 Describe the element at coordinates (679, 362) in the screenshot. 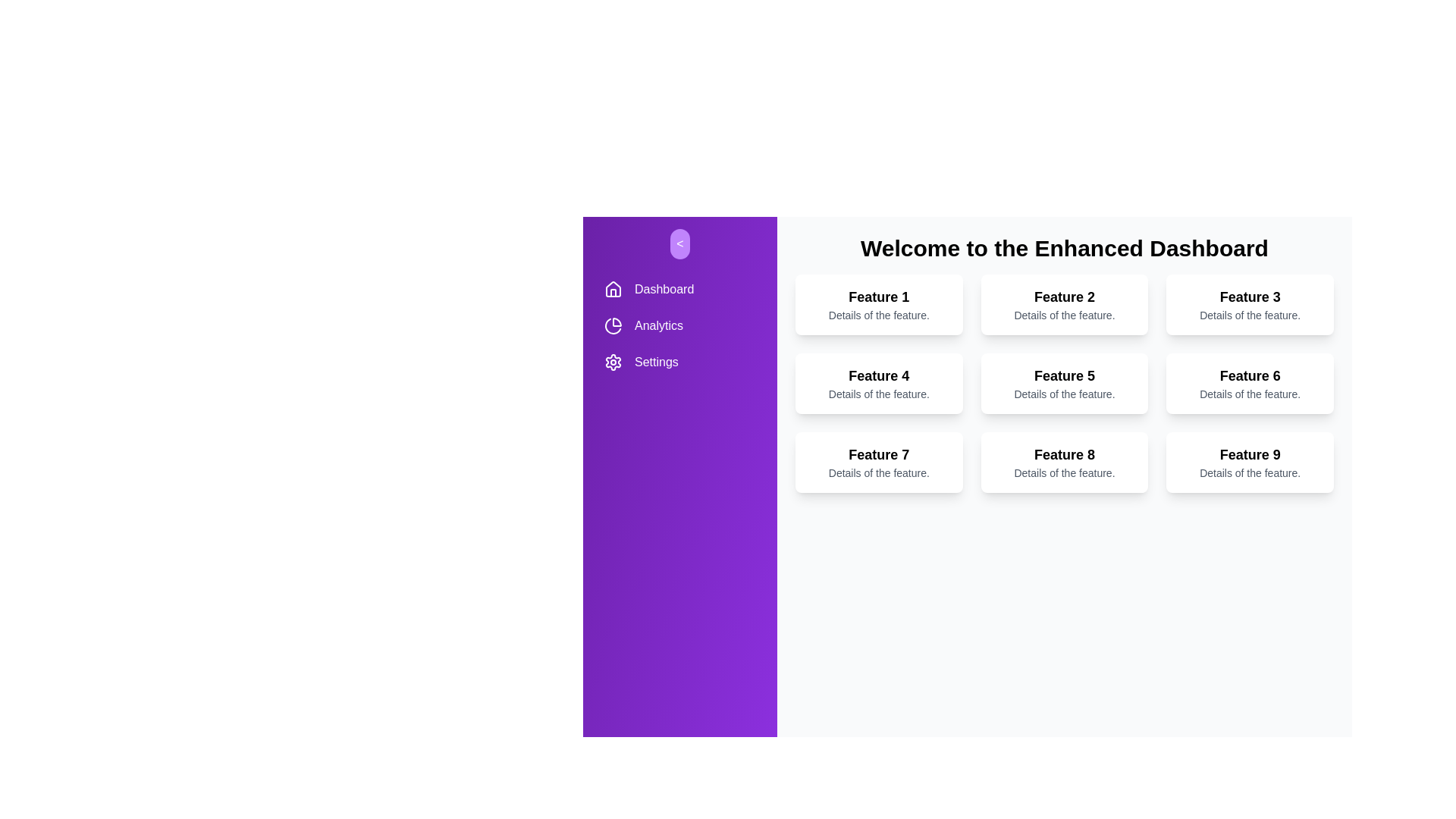

I see `the navigation item Settings` at that location.